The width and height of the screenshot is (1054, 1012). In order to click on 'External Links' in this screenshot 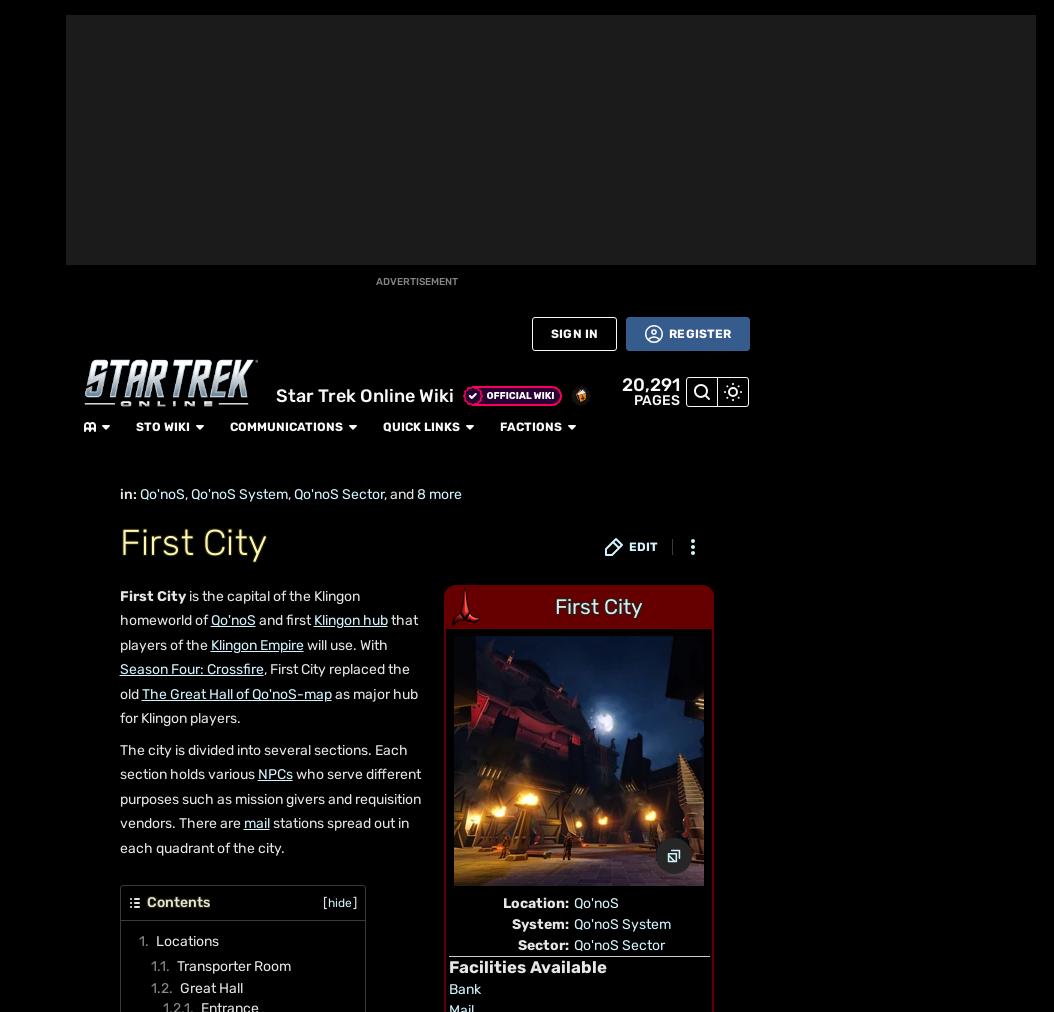, I will do `click(200, 915)`.